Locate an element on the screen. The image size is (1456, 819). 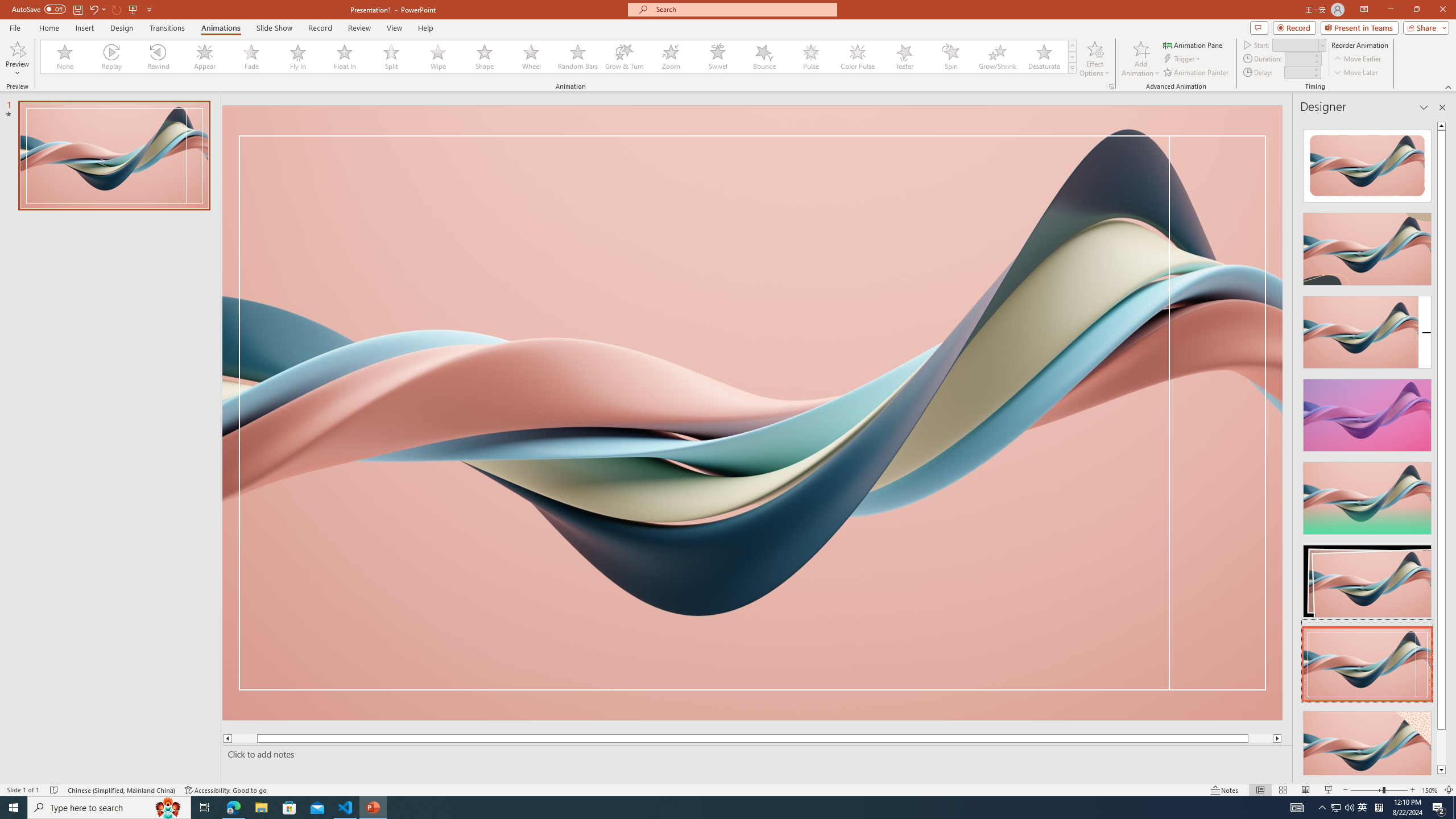
'Wheel' is located at coordinates (531, 56).